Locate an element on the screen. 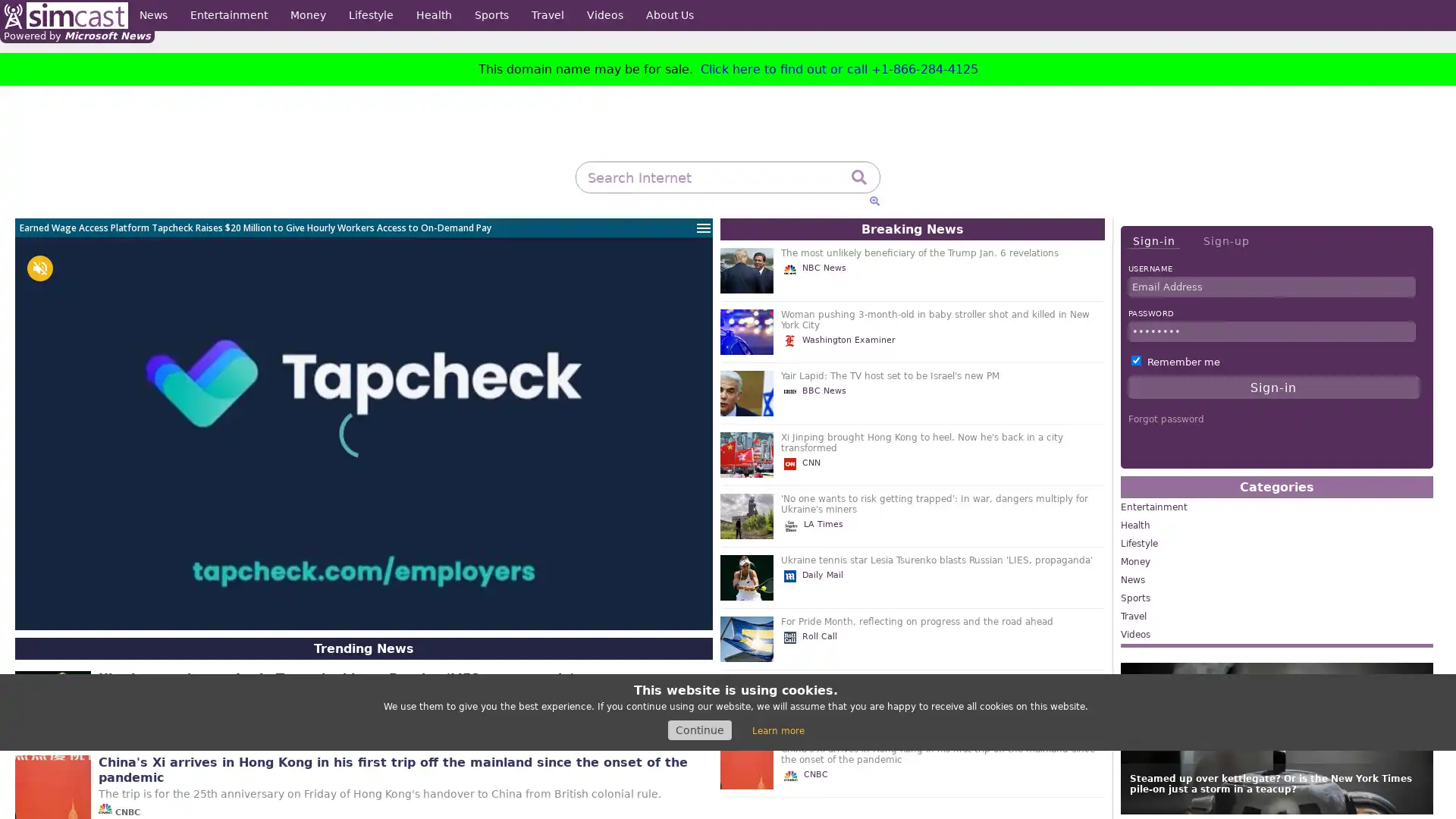  Sign-in is located at coordinates (1273, 386).